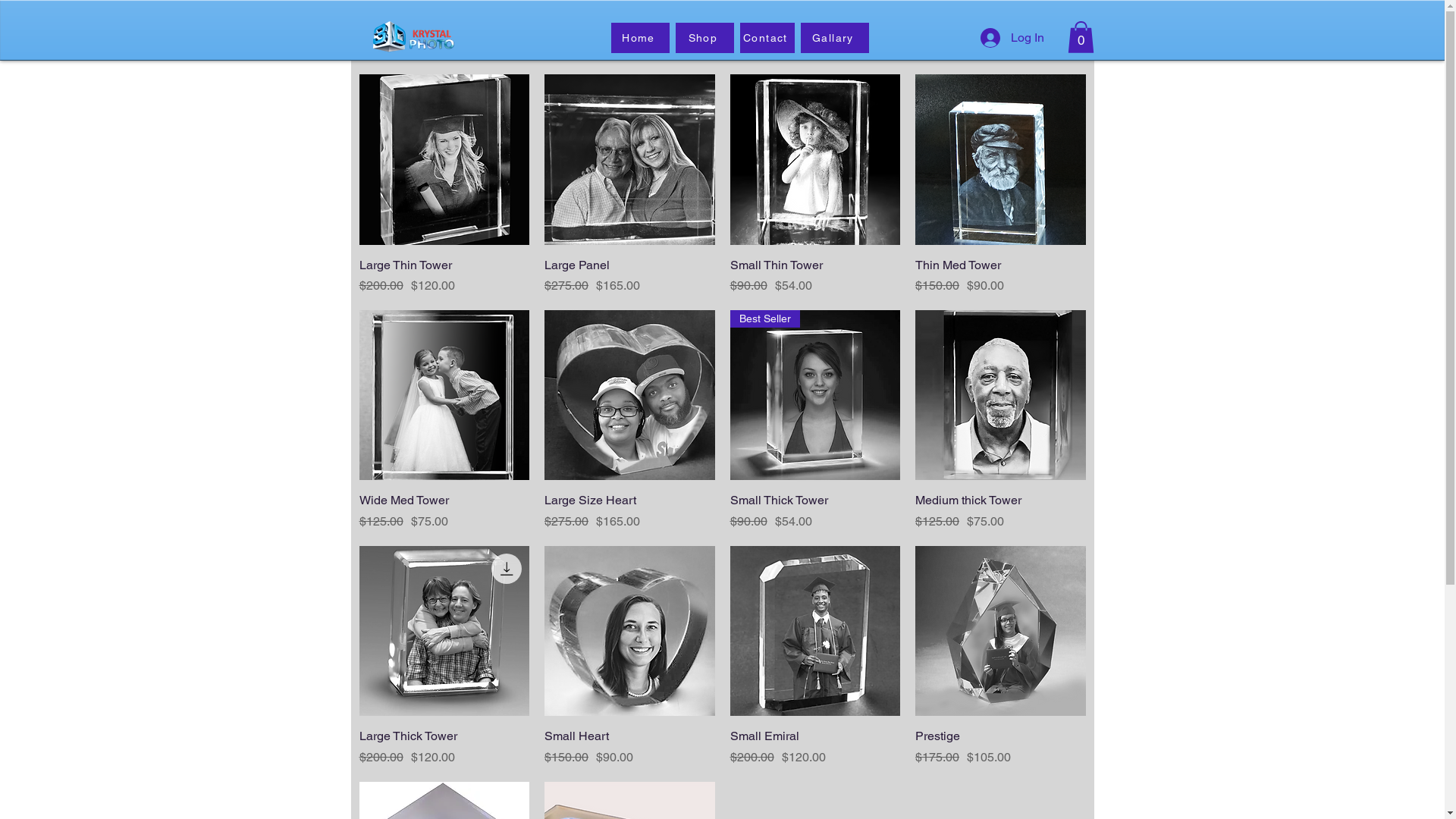 Image resolution: width=1456 pixels, height=819 pixels. Describe the element at coordinates (640, 37) in the screenshot. I see `'Home'` at that location.